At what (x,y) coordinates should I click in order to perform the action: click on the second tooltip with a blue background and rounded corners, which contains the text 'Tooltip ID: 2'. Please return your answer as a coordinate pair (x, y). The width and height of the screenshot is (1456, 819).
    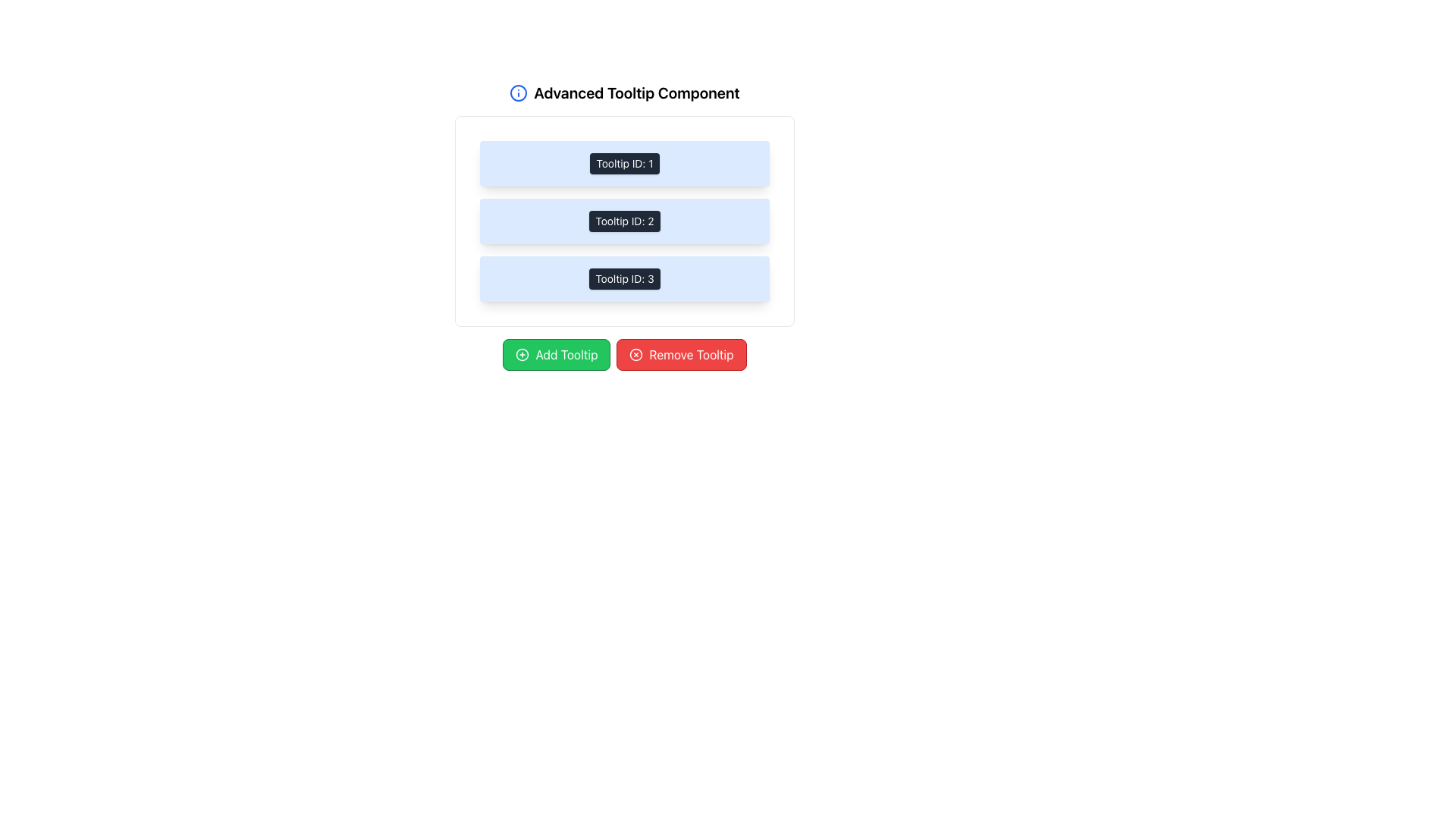
    Looking at the image, I should click on (625, 221).